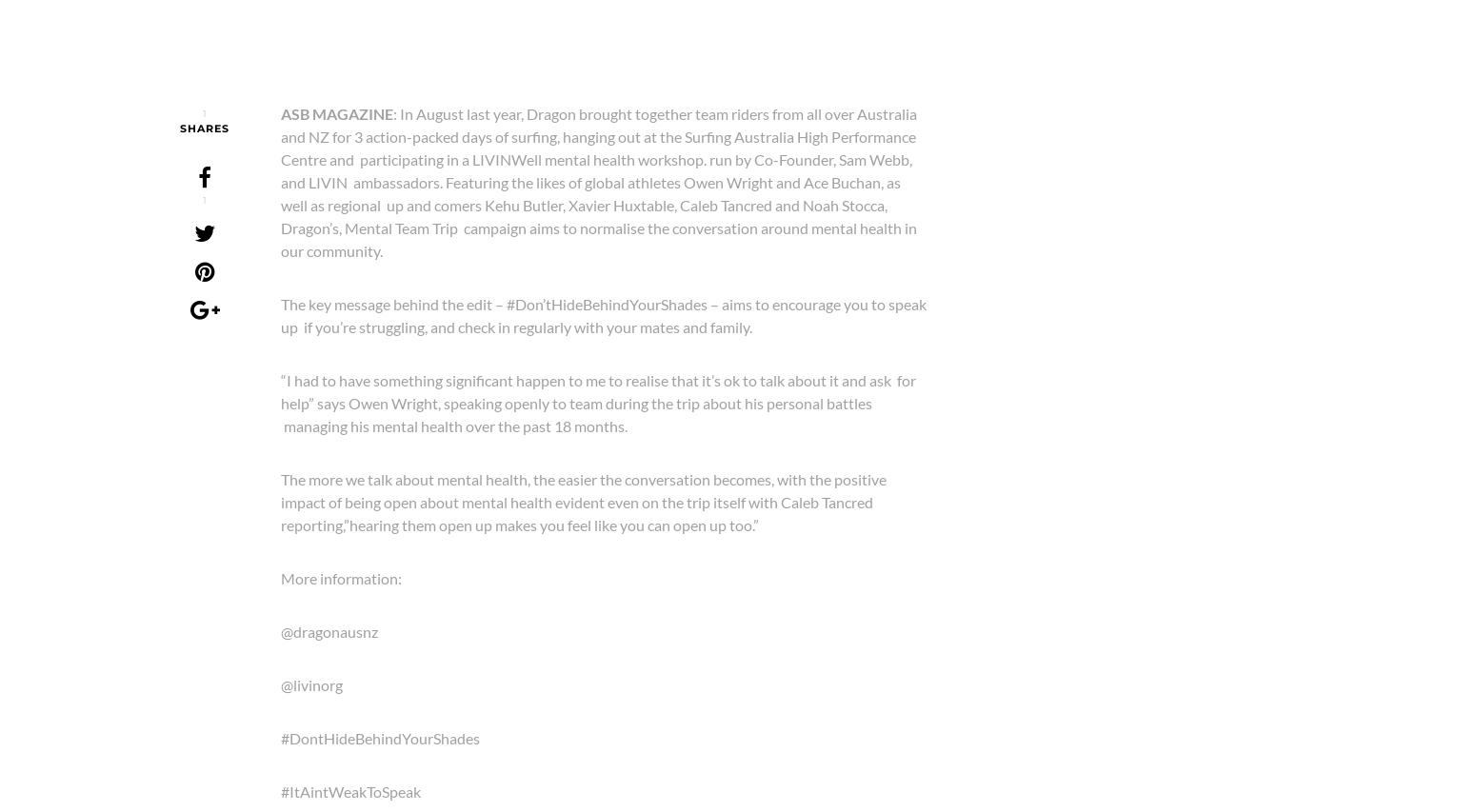 This screenshot has height=812, width=1476. What do you see at coordinates (328, 629) in the screenshot?
I see `'@dragonausnz'` at bounding box center [328, 629].